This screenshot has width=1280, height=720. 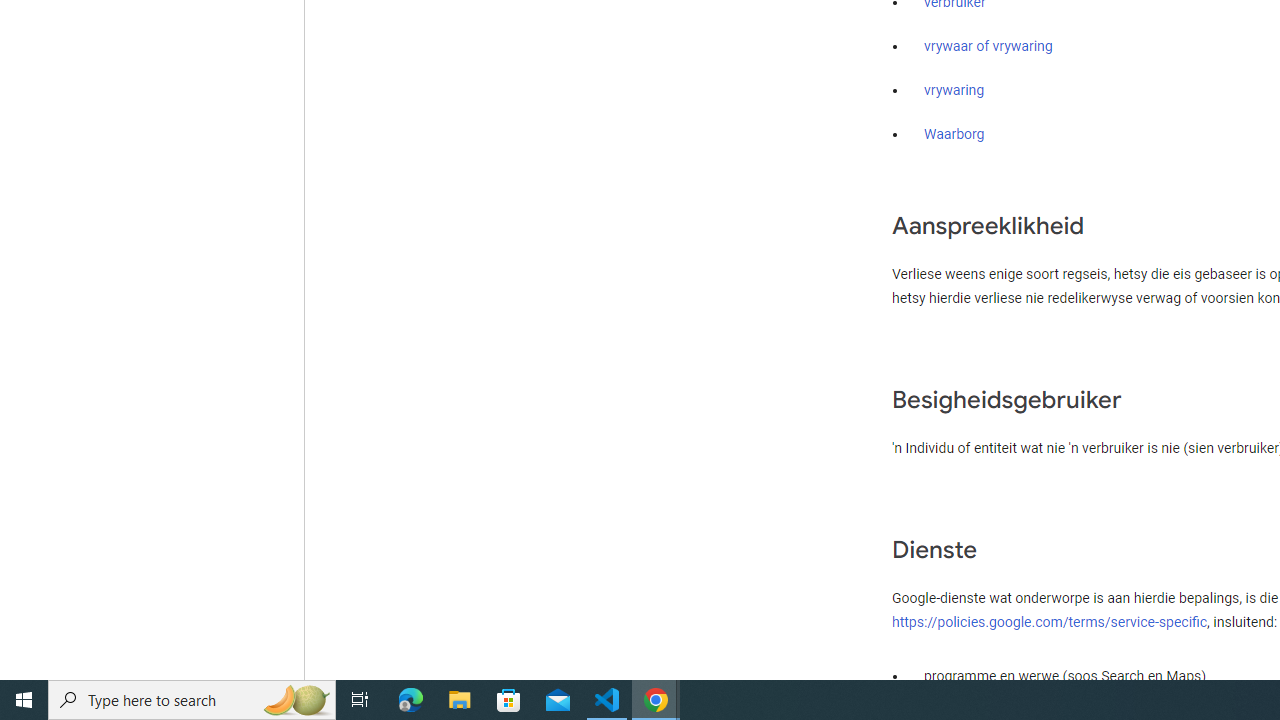 I want to click on 'vrywaar of vrywaring', so click(x=988, y=46).